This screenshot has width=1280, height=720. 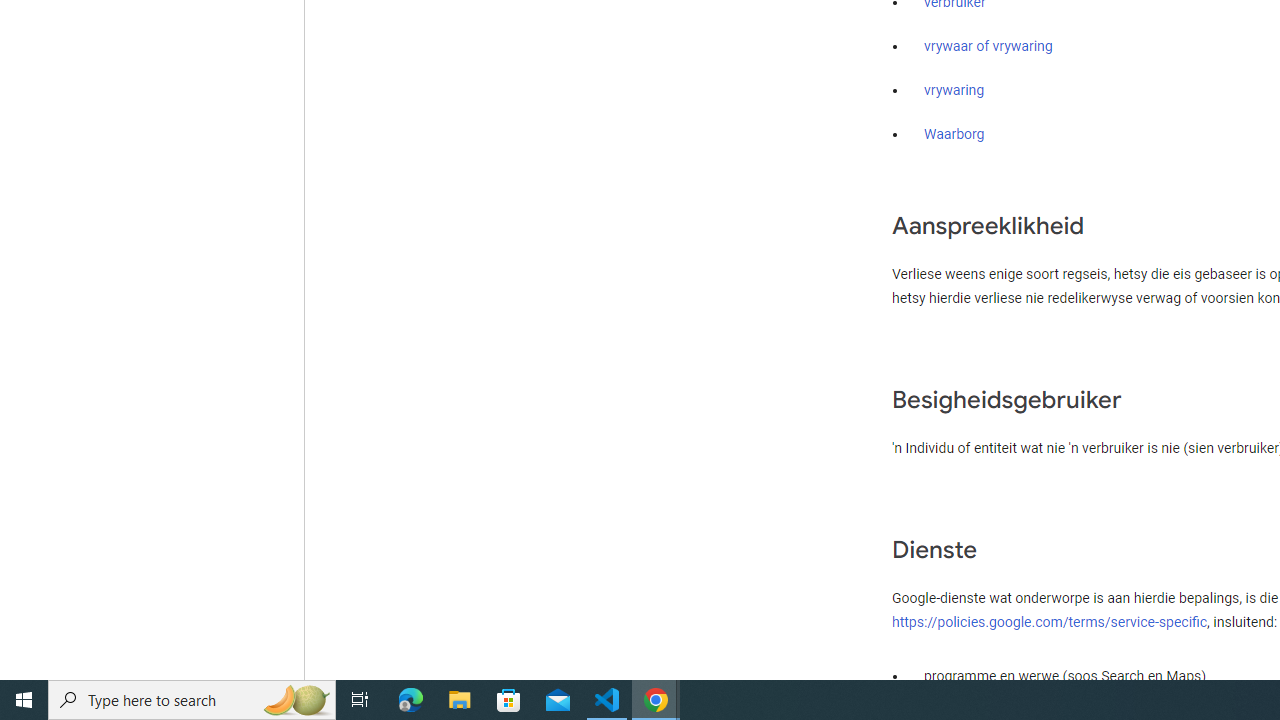 I want to click on 'vrywaar of vrywaring', so click(x=988, y=46).